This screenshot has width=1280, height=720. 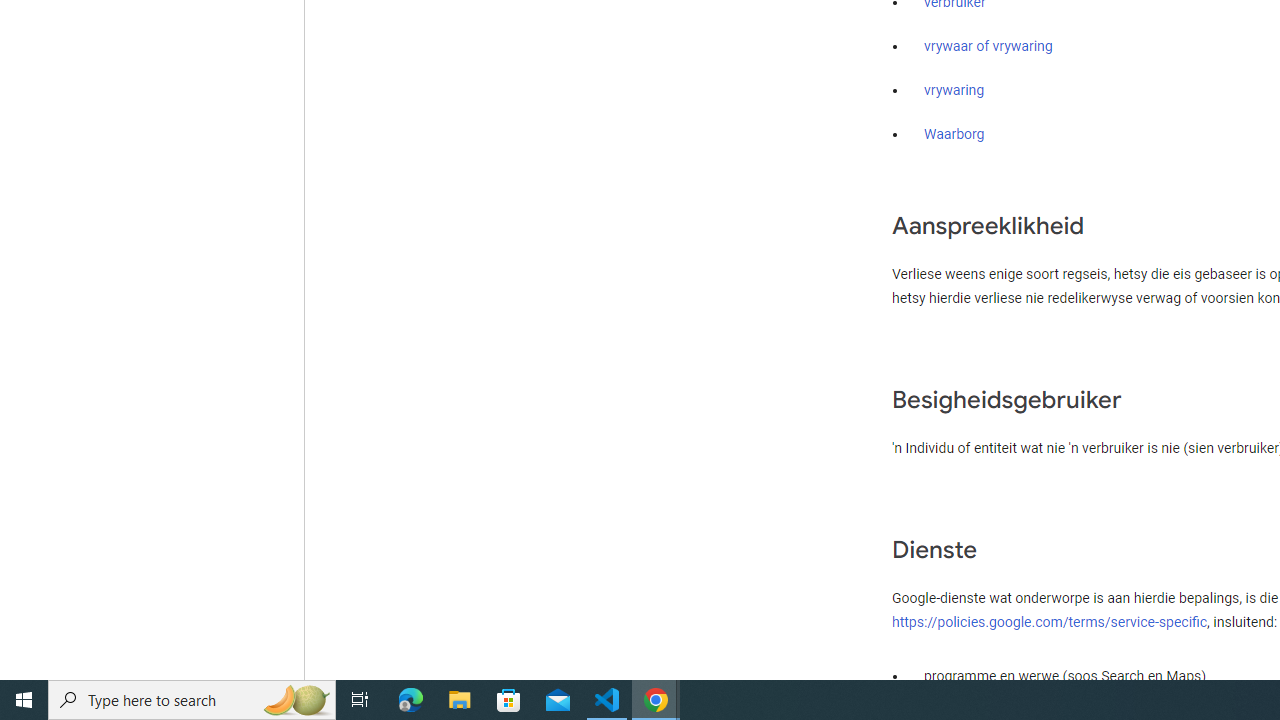 I want to click on 'vrywaar of vrywaring', so click(x=988, y=46).